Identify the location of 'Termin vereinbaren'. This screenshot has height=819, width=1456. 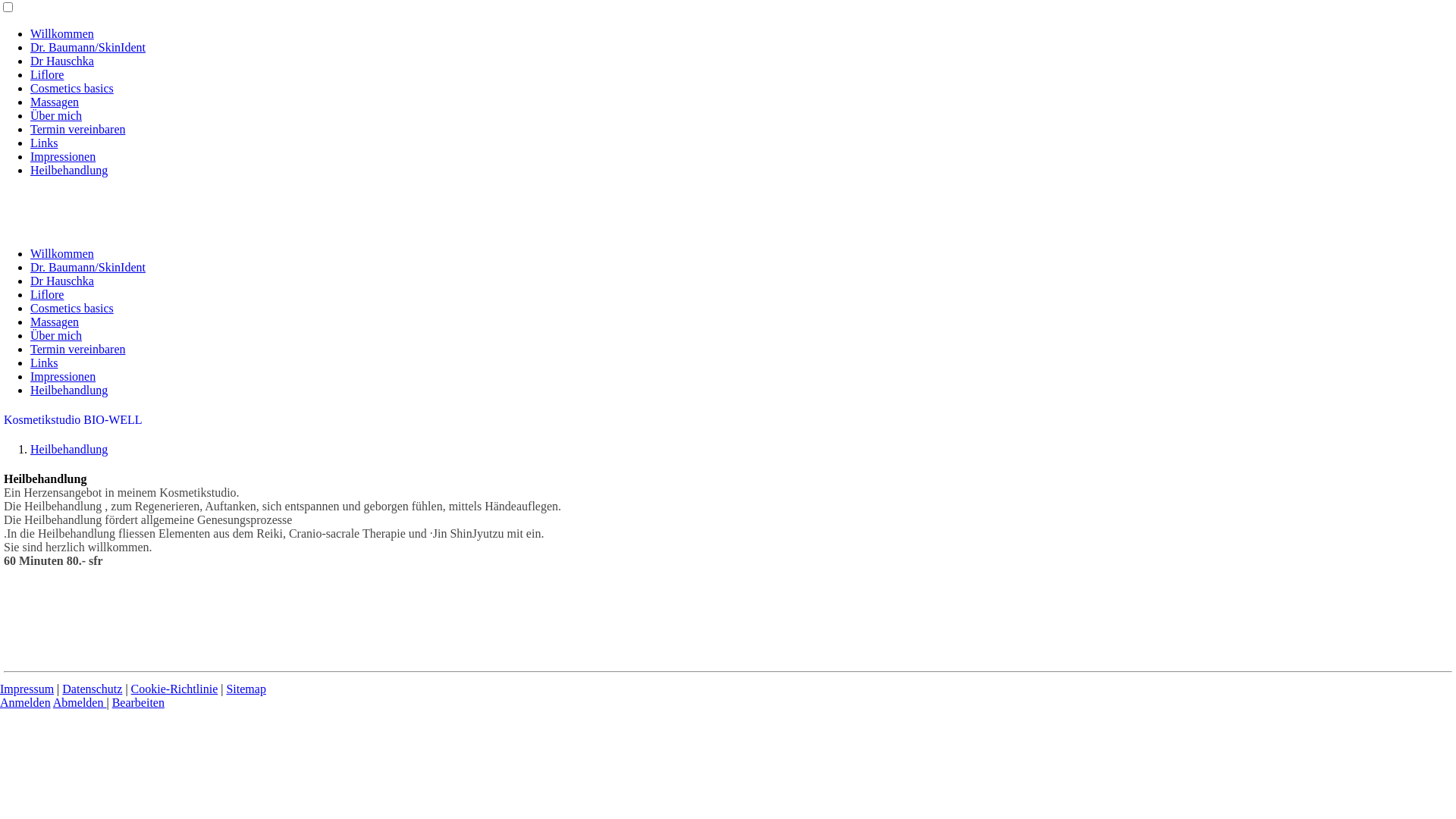
(77, 349).